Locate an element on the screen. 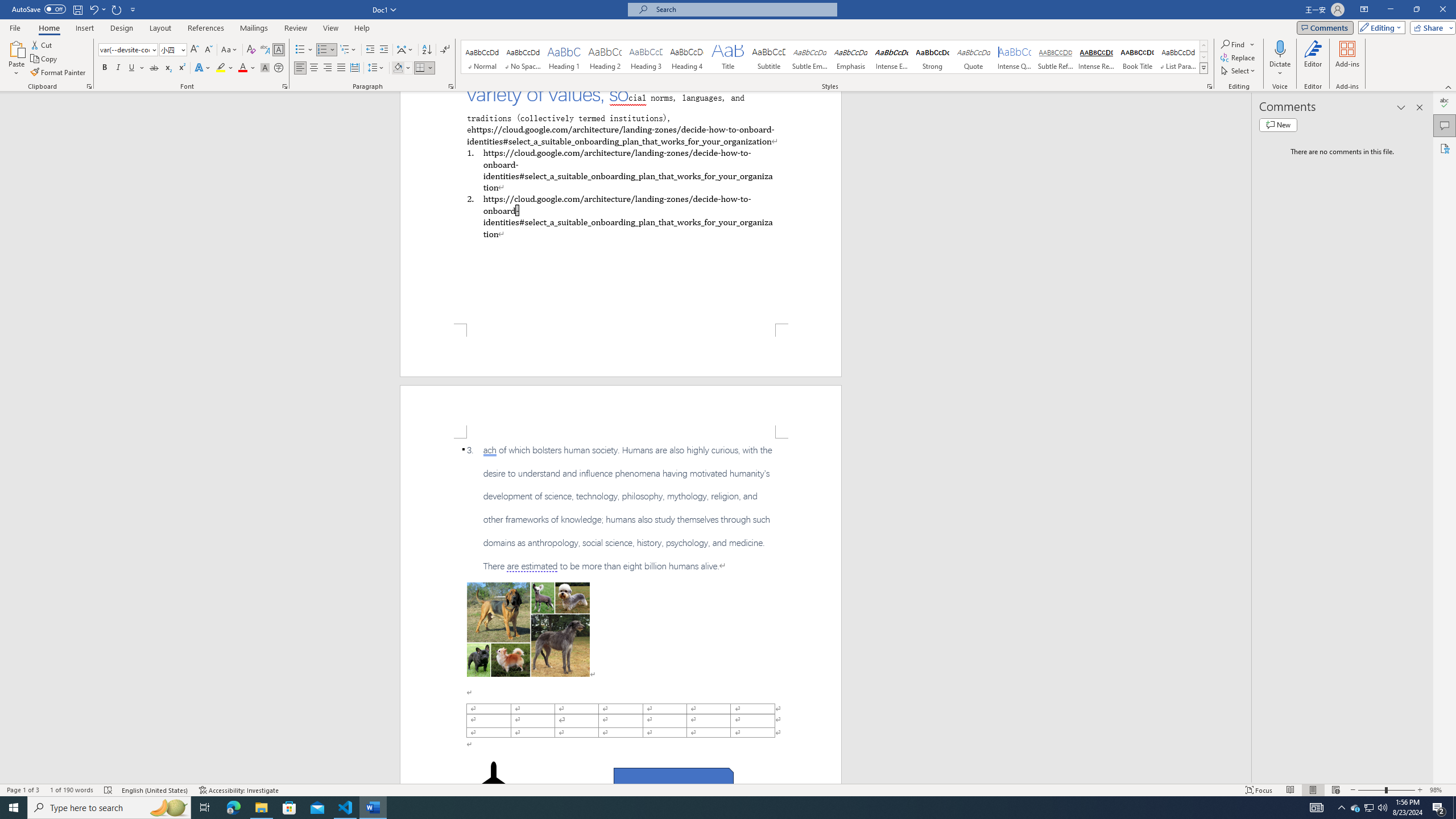 The width and height of the screenshot is (1456, 819). 'Heading 1' is located at coordinates (564, 56).